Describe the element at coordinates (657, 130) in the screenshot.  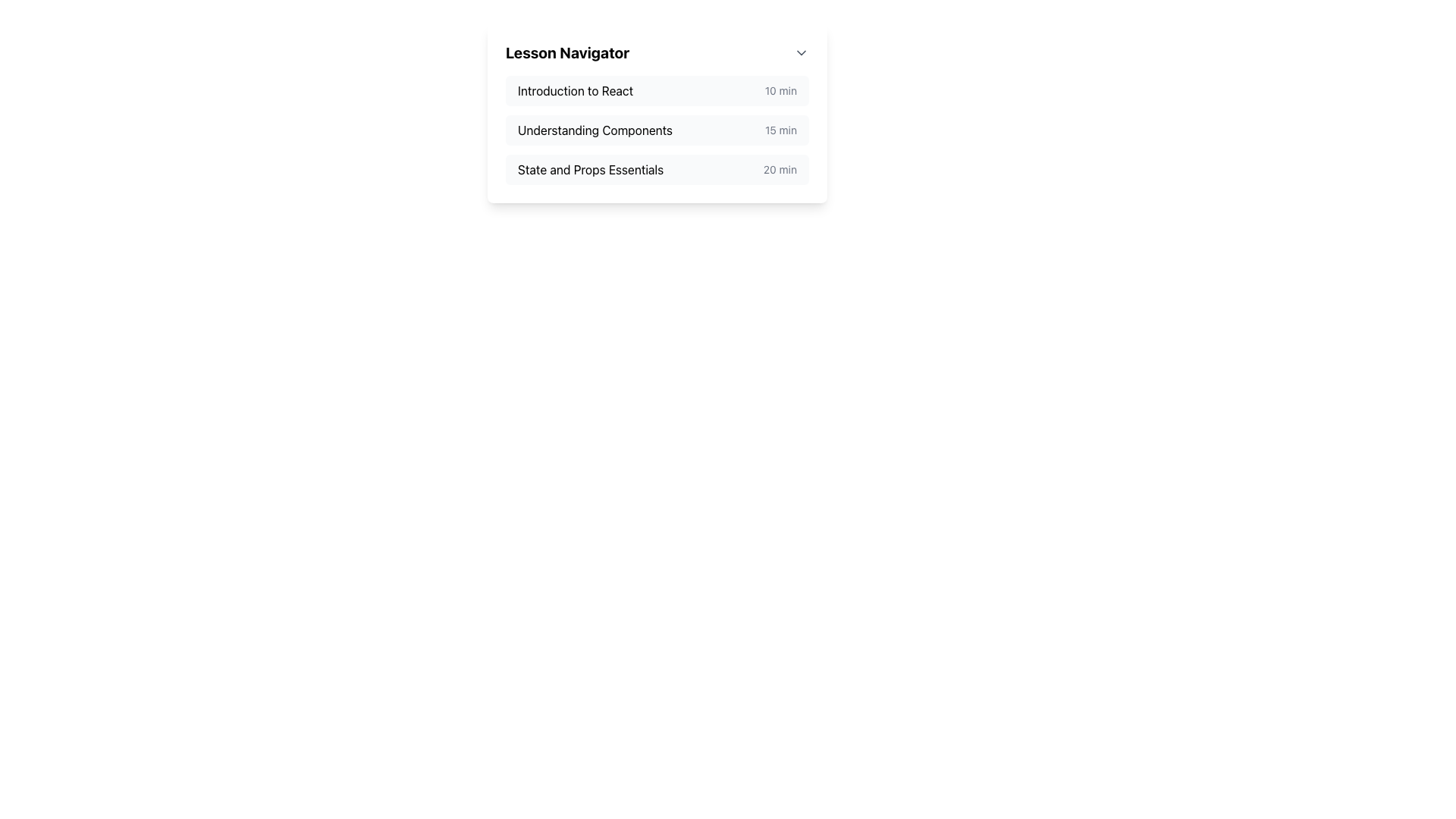
I see `the second lesson item in the 'Lesson Navigator' box` at that location.